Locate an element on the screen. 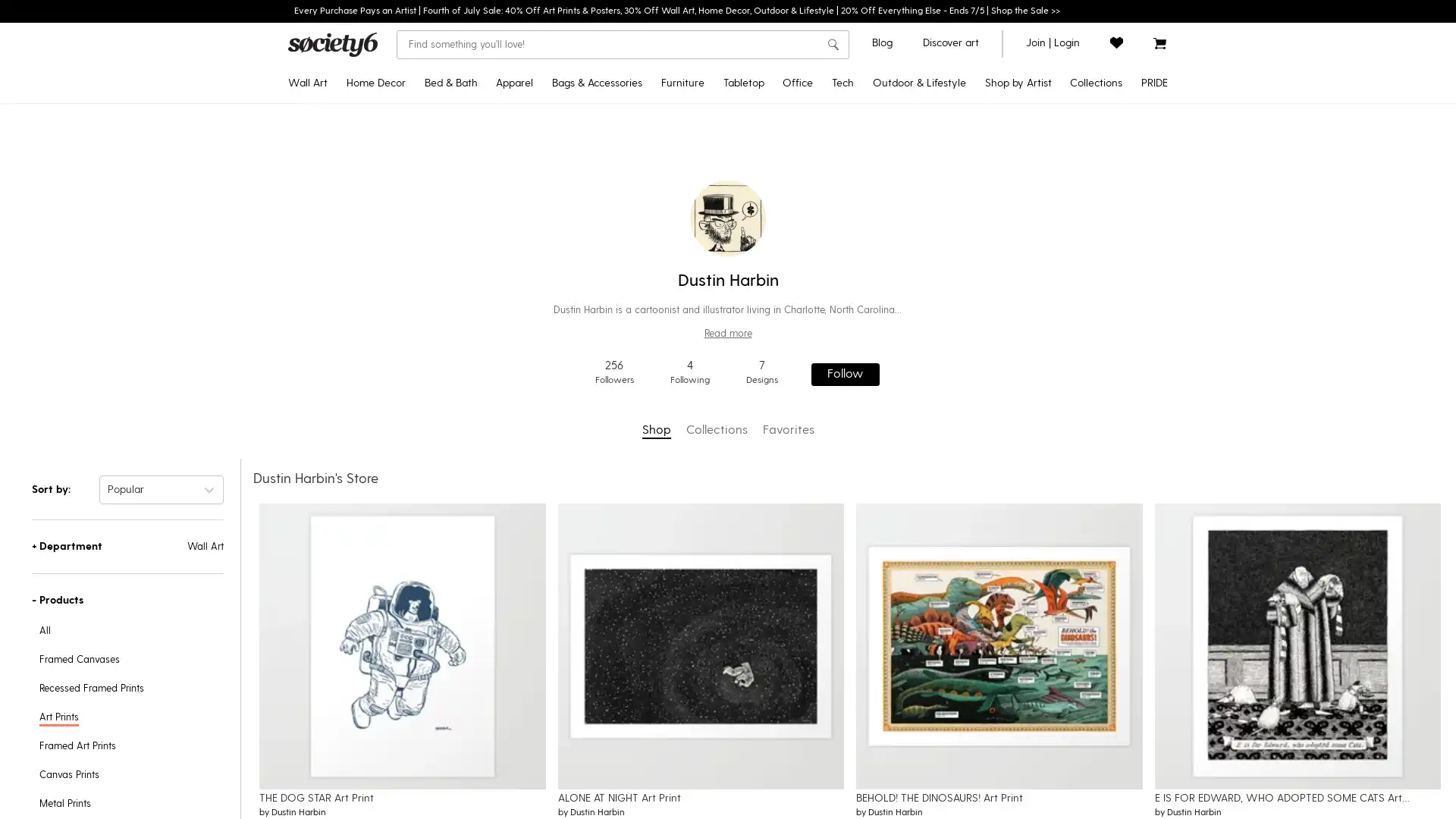 The image size is (1456, 819). Posters is located at coordinates (356, 268).